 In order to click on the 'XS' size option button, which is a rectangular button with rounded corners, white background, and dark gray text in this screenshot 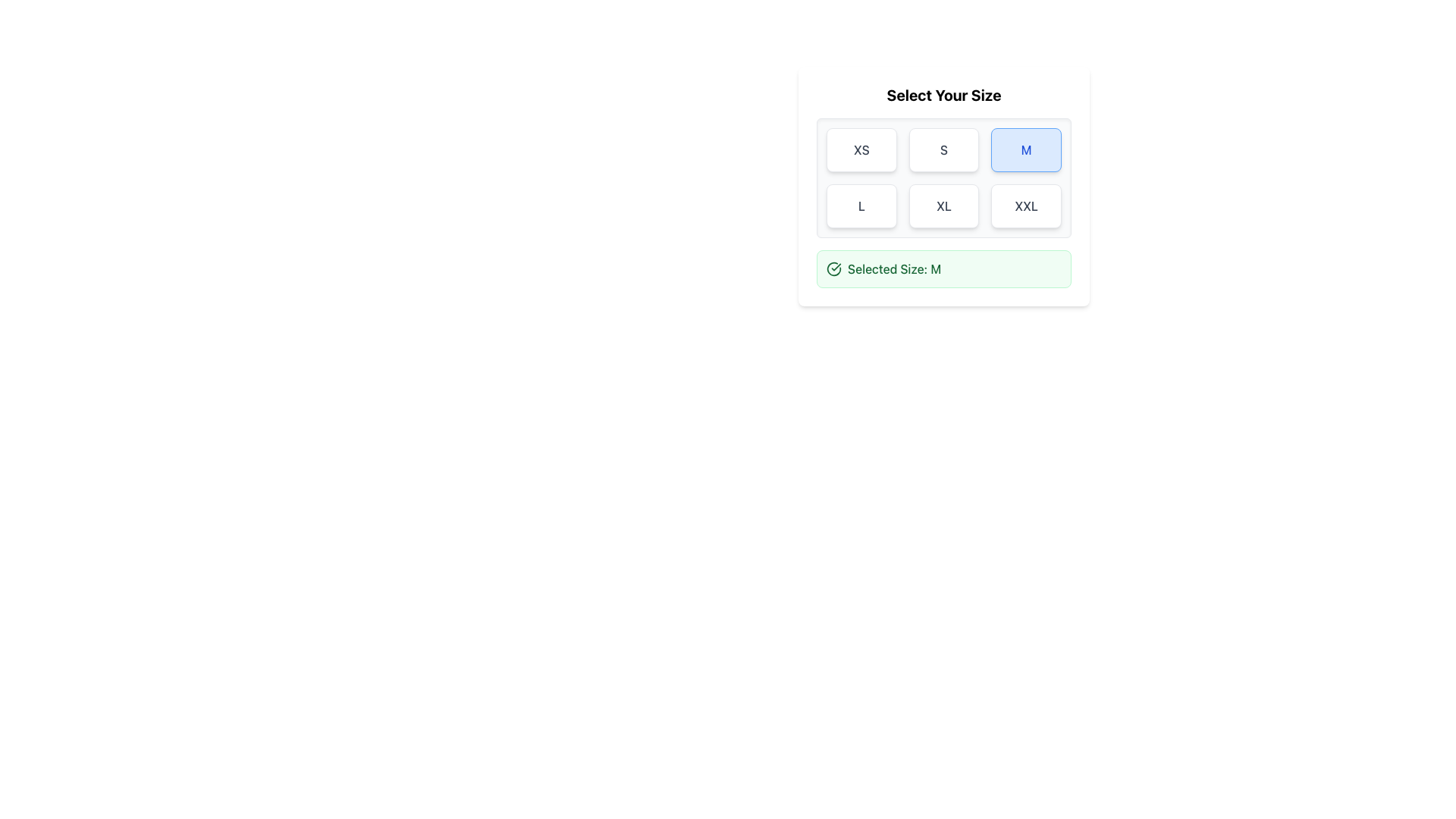, I will do `click(861, 149)`.